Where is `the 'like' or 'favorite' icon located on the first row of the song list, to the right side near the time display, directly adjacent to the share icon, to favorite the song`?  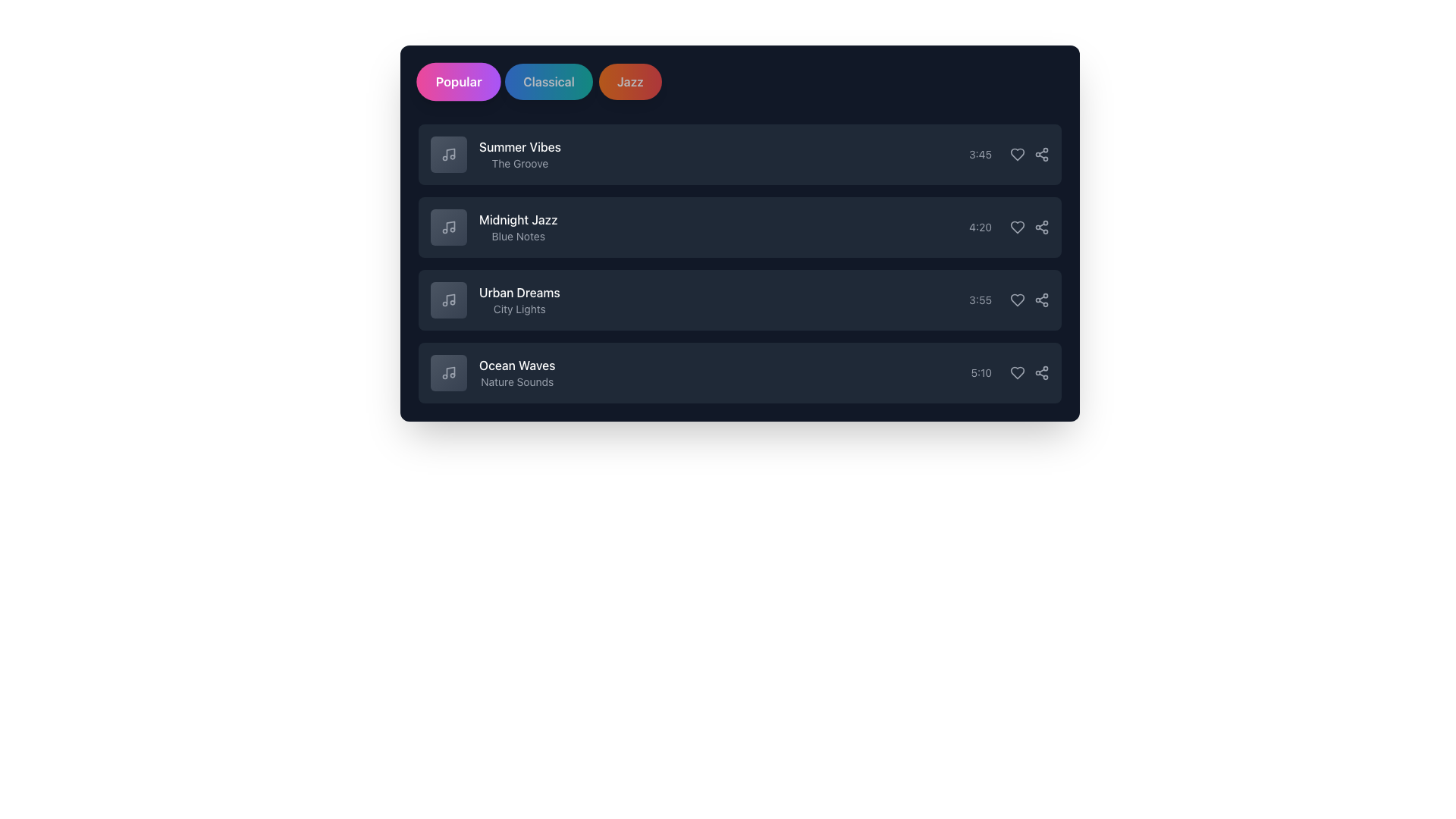 the 'like' or 'favorite' icon located on the first row of the song list, to the right side near the time display, directly adjacent to the share icon, to favorite the song is located at coordinates (1018, 155).